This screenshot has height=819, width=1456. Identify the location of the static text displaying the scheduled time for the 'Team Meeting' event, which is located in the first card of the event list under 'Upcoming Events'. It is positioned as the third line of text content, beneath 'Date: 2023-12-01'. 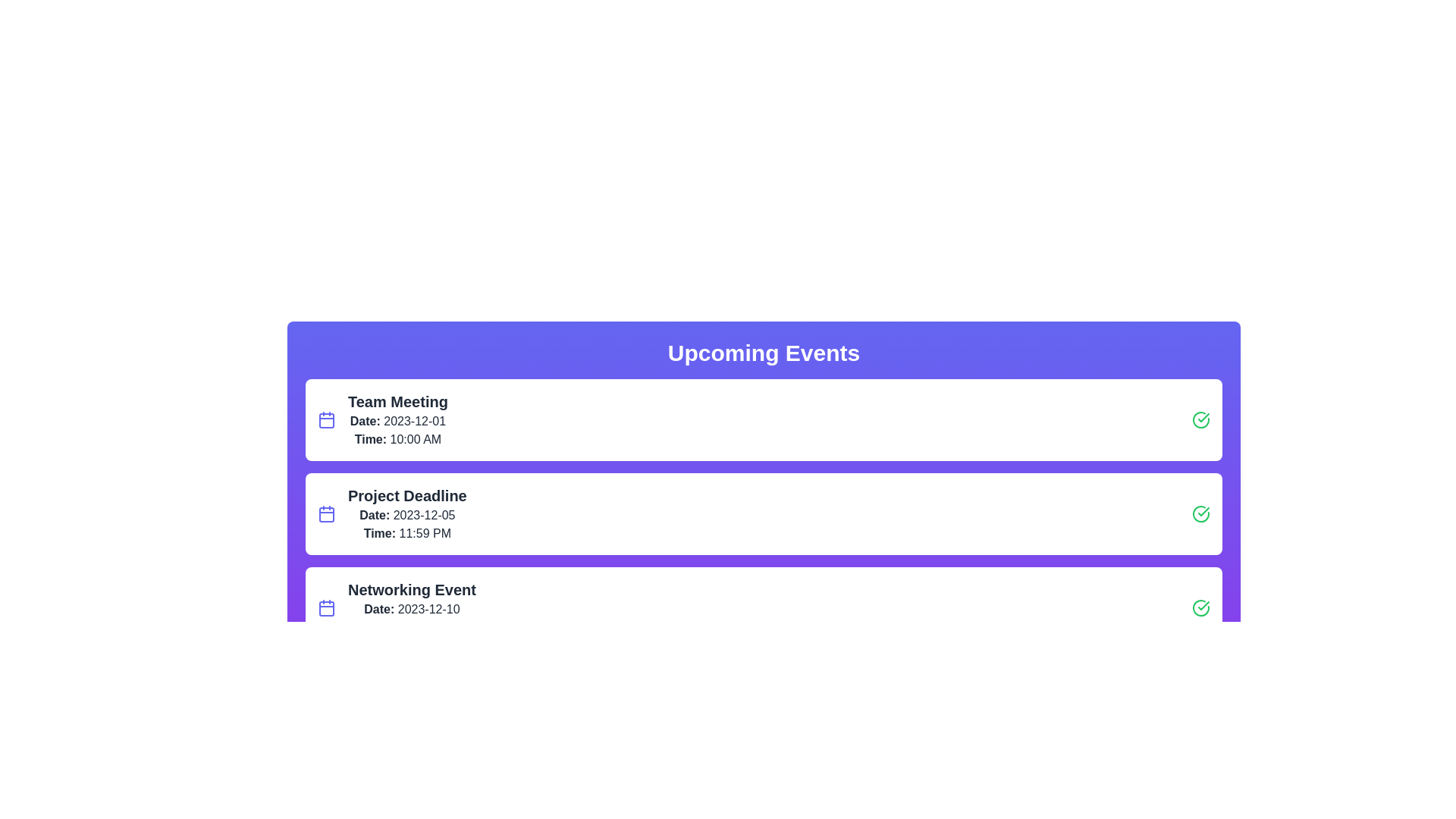
(397, 439).